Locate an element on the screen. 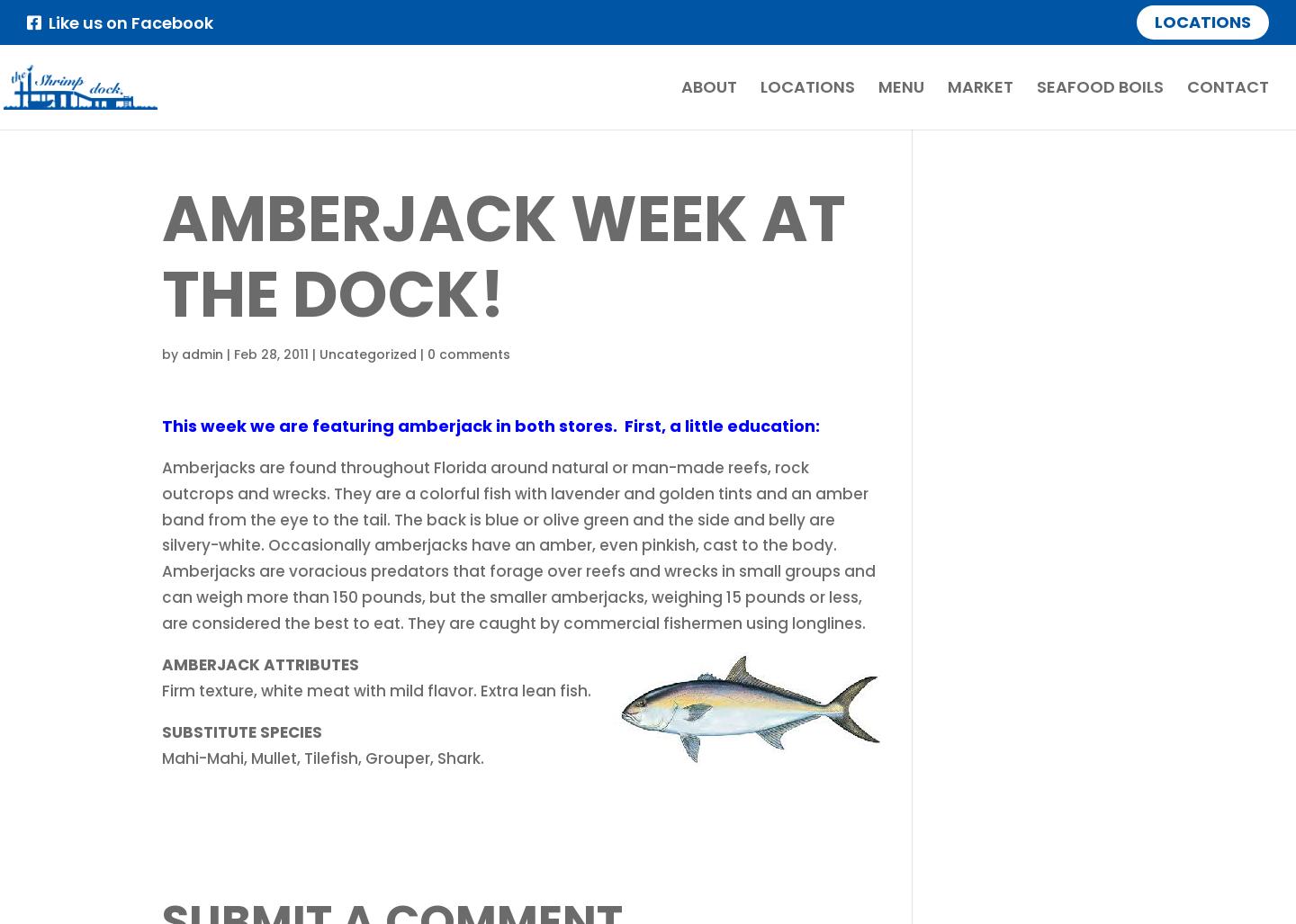 The width and height of the screenshot is (1296, 924). 'Contact' is located at coordinates (1227, 85).